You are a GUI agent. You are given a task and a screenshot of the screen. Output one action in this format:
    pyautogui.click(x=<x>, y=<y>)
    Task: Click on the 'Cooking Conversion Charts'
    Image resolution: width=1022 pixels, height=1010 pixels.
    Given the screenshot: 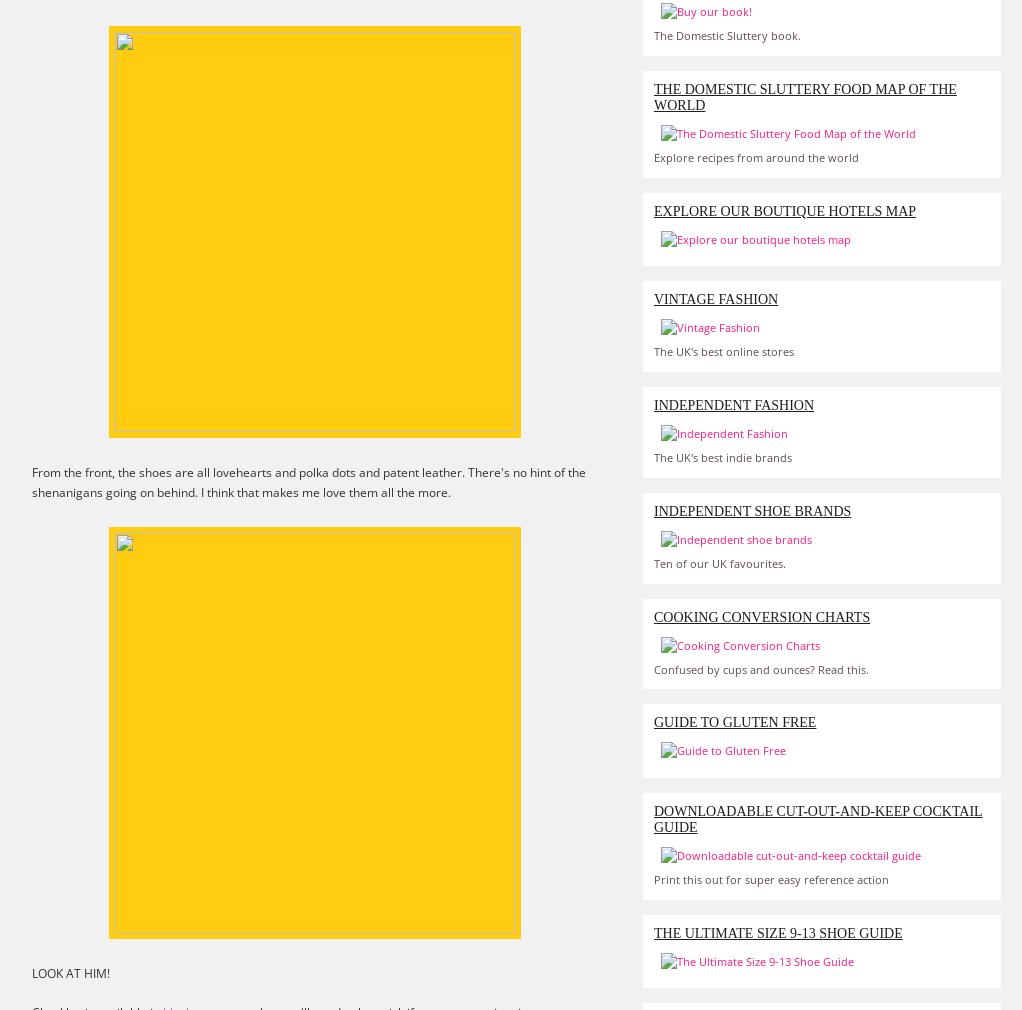 What is the action you would take?
    pyautogui.click(x=761, y=615)
    